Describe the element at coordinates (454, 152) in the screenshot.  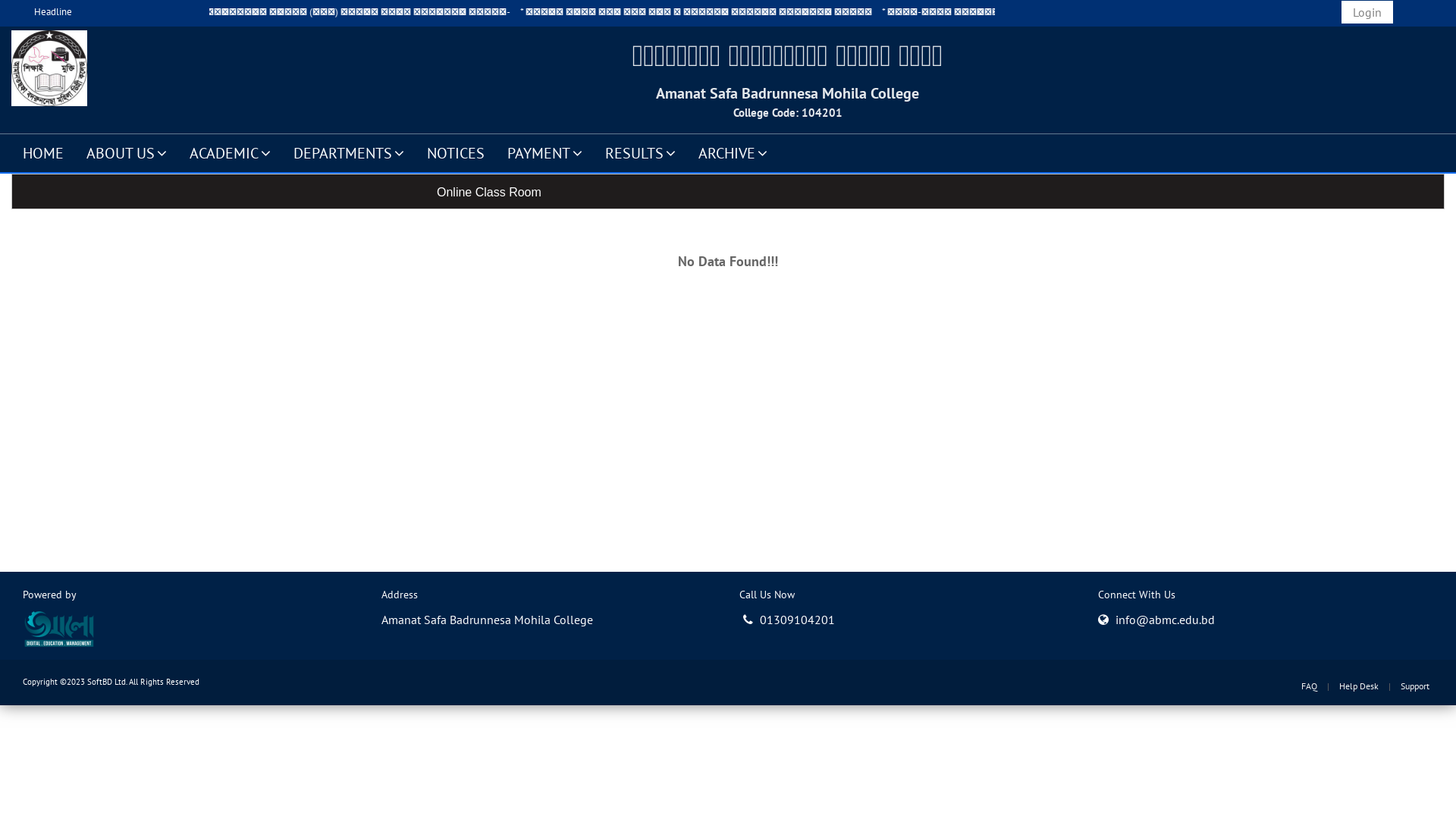
I see `'NOTICES'` at that location.